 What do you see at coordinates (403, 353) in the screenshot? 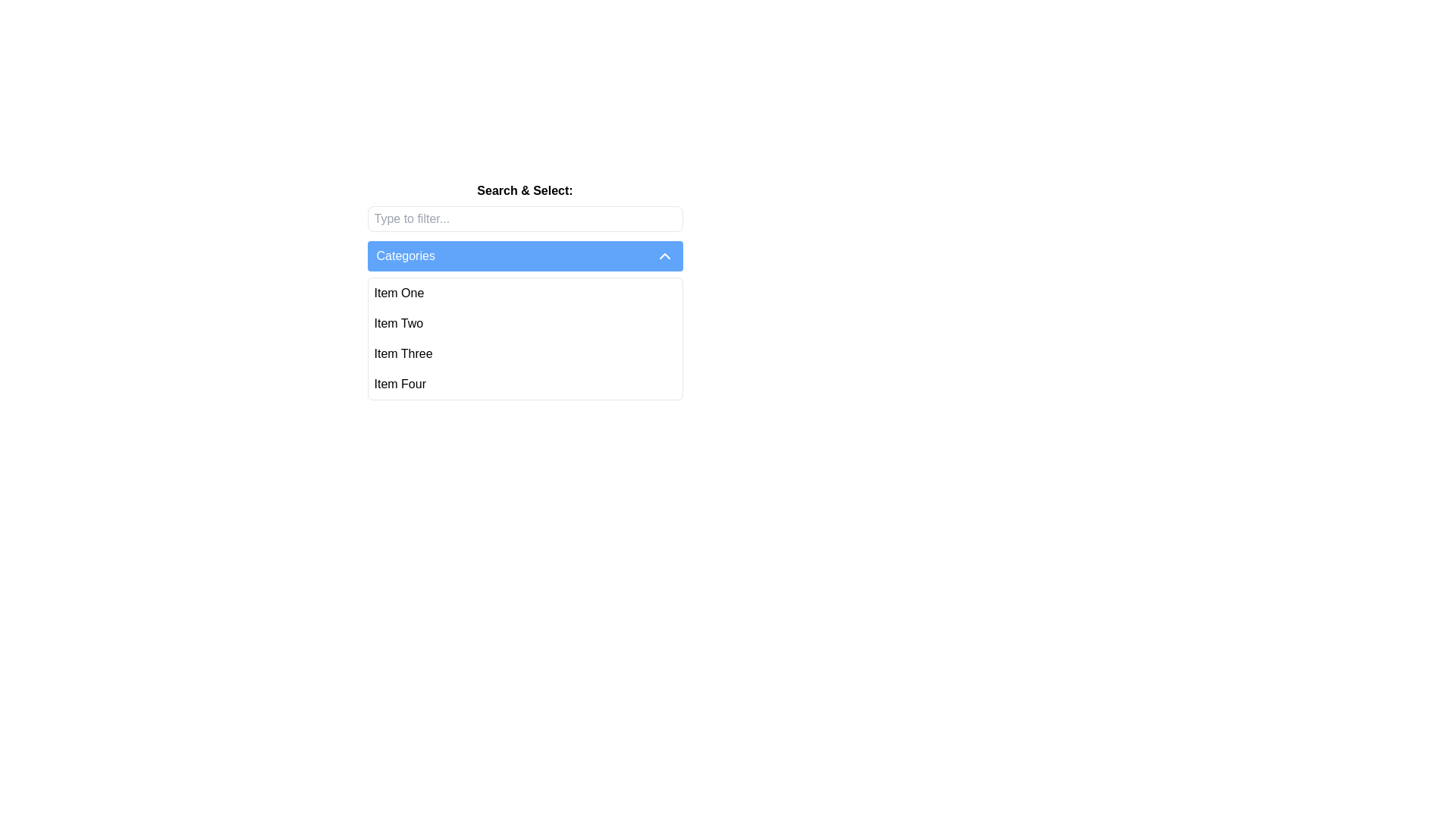
I see `the text entry labeled 'Item Three' which is displayed in black font on a white background, located under the 'Categories' header` at bounding box center [403, 353].